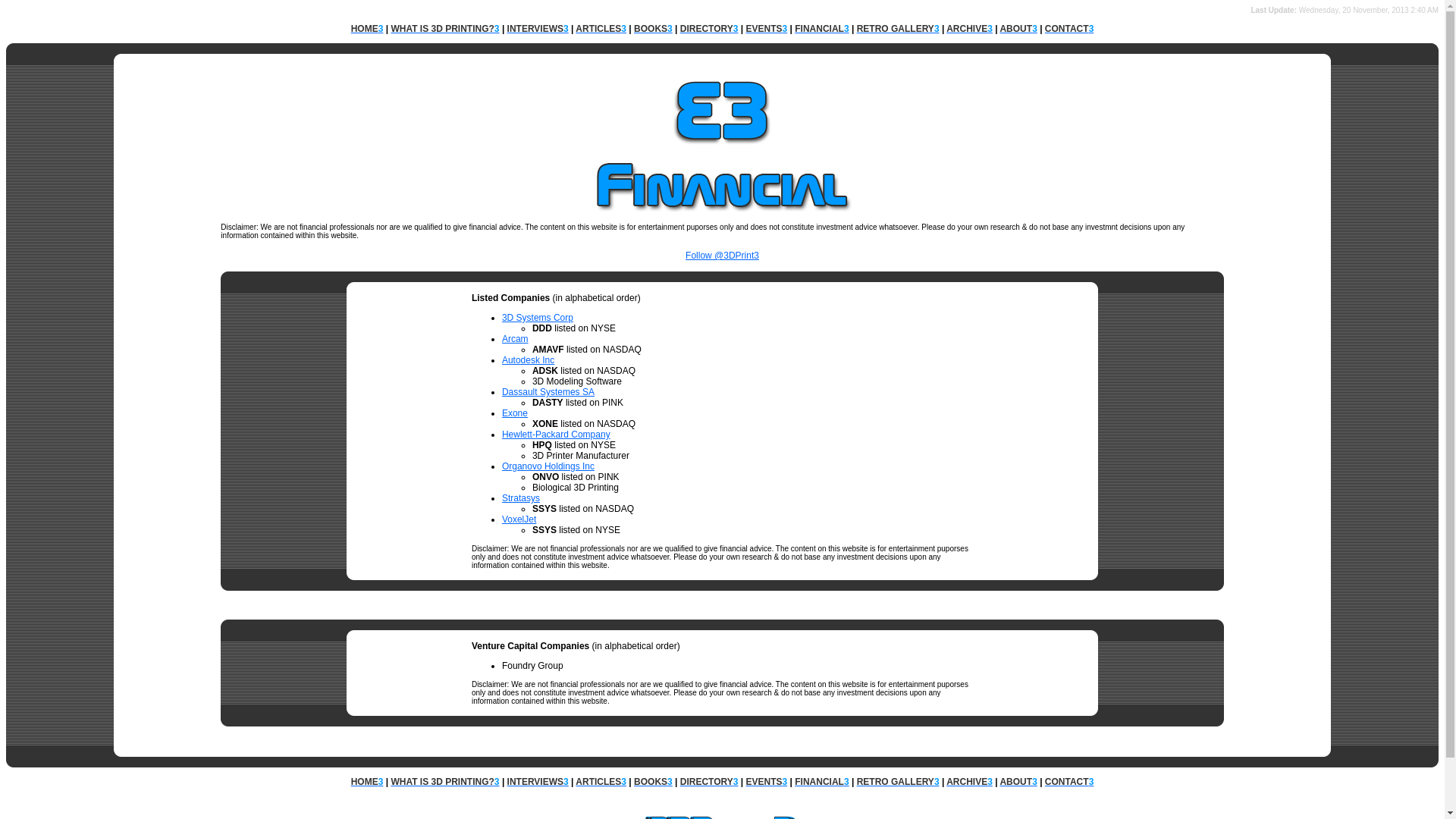  Describe the element at coordinates (856, 781) in the screenshot. I see `'RETRO GALLERY3'` at that location.